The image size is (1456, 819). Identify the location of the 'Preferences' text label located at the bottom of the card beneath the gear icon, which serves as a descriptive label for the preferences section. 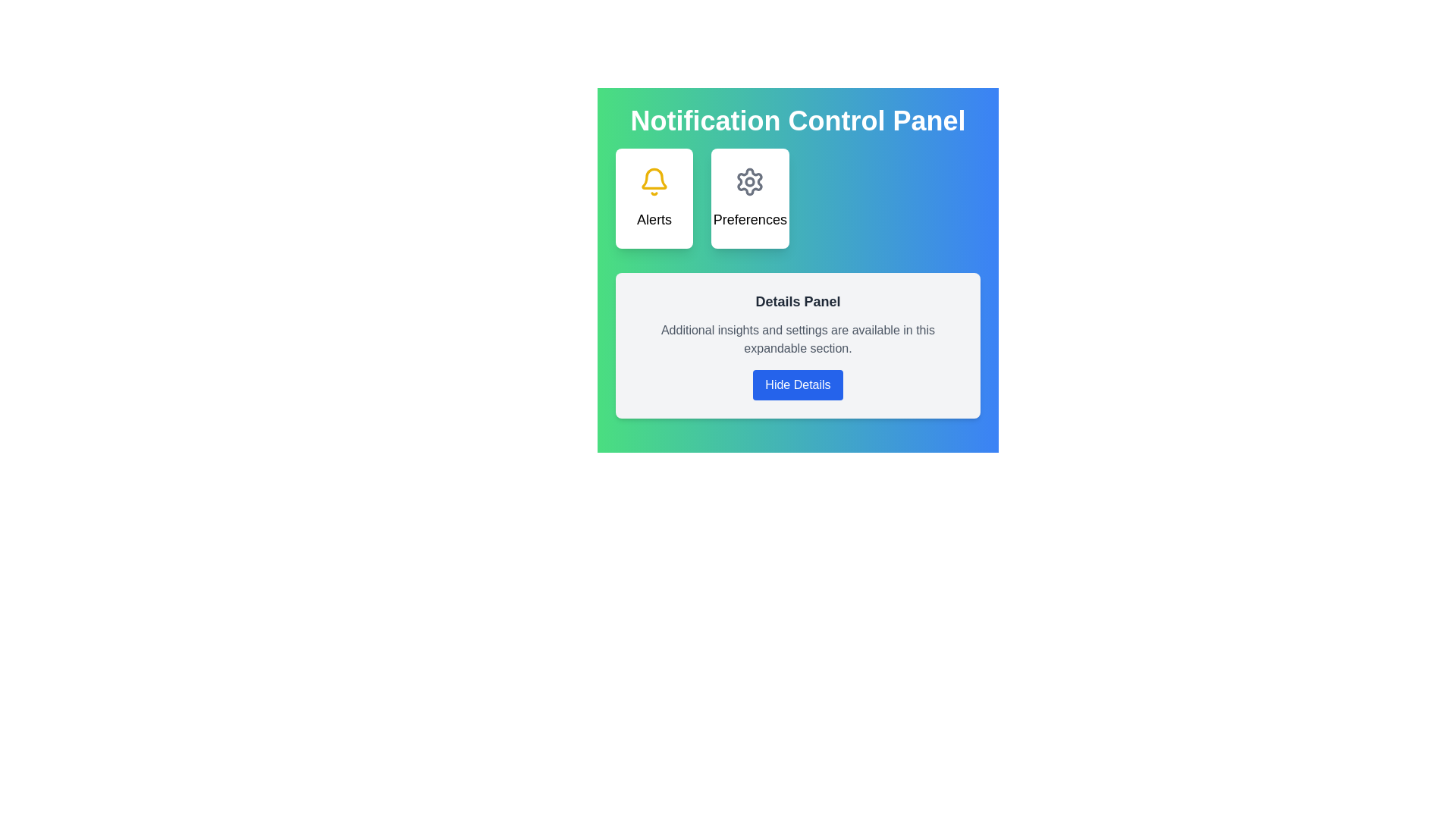
(750, 219).